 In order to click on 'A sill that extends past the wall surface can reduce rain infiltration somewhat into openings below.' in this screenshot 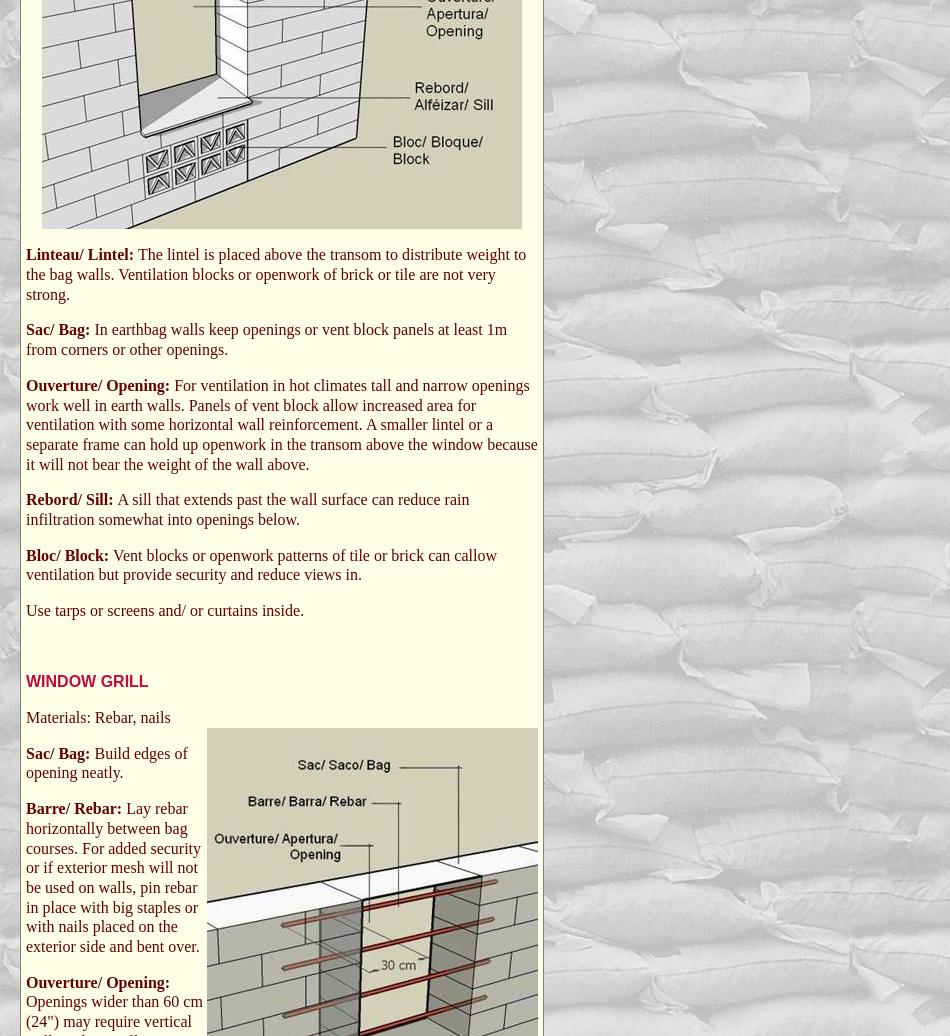, I will do `click(246, 508)`.